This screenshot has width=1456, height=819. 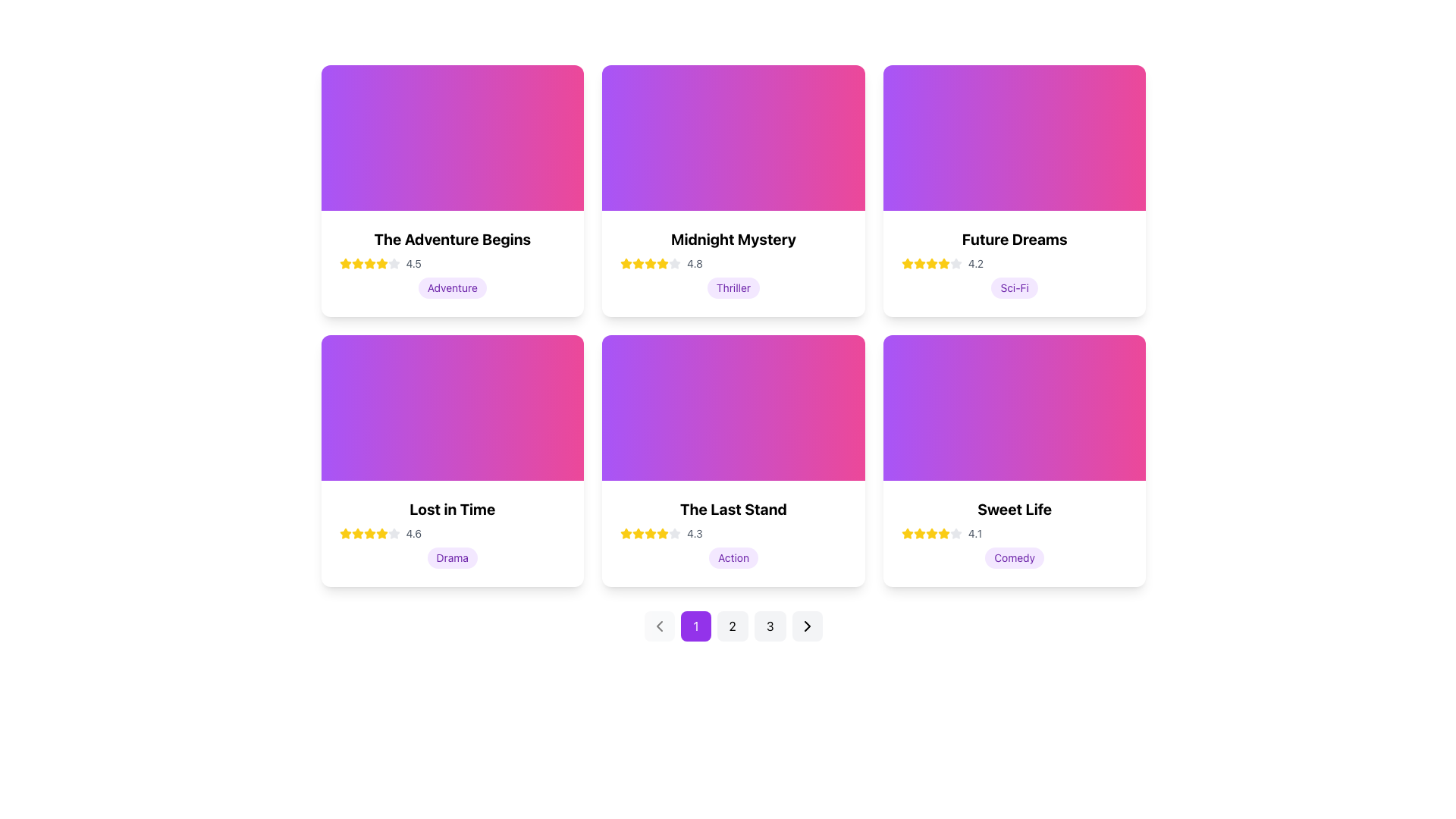 I want to click on the style or color of the third star icon in the rating component for the card titled 'Midnight Mystery', so click(x=639, y=262).